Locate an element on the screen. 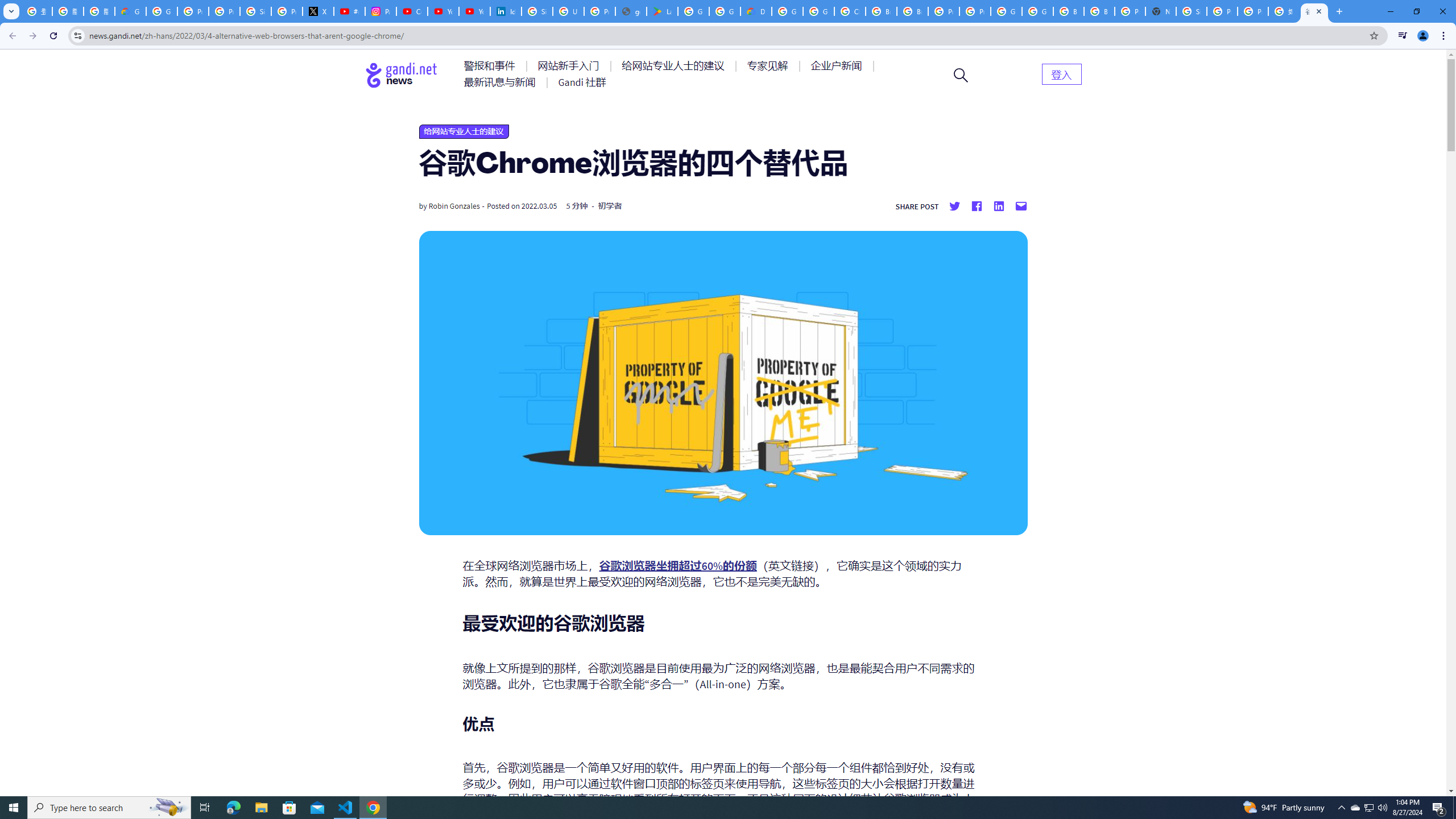  'Google Cloud Platform' is located at coordinates (1006, 11).